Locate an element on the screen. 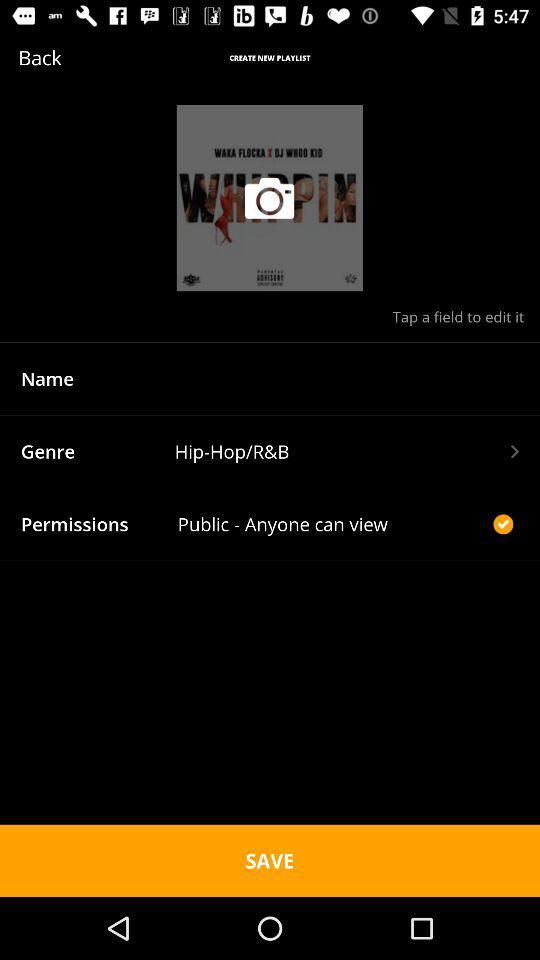  the hip hop r icon is located at coordinates (345, 451).